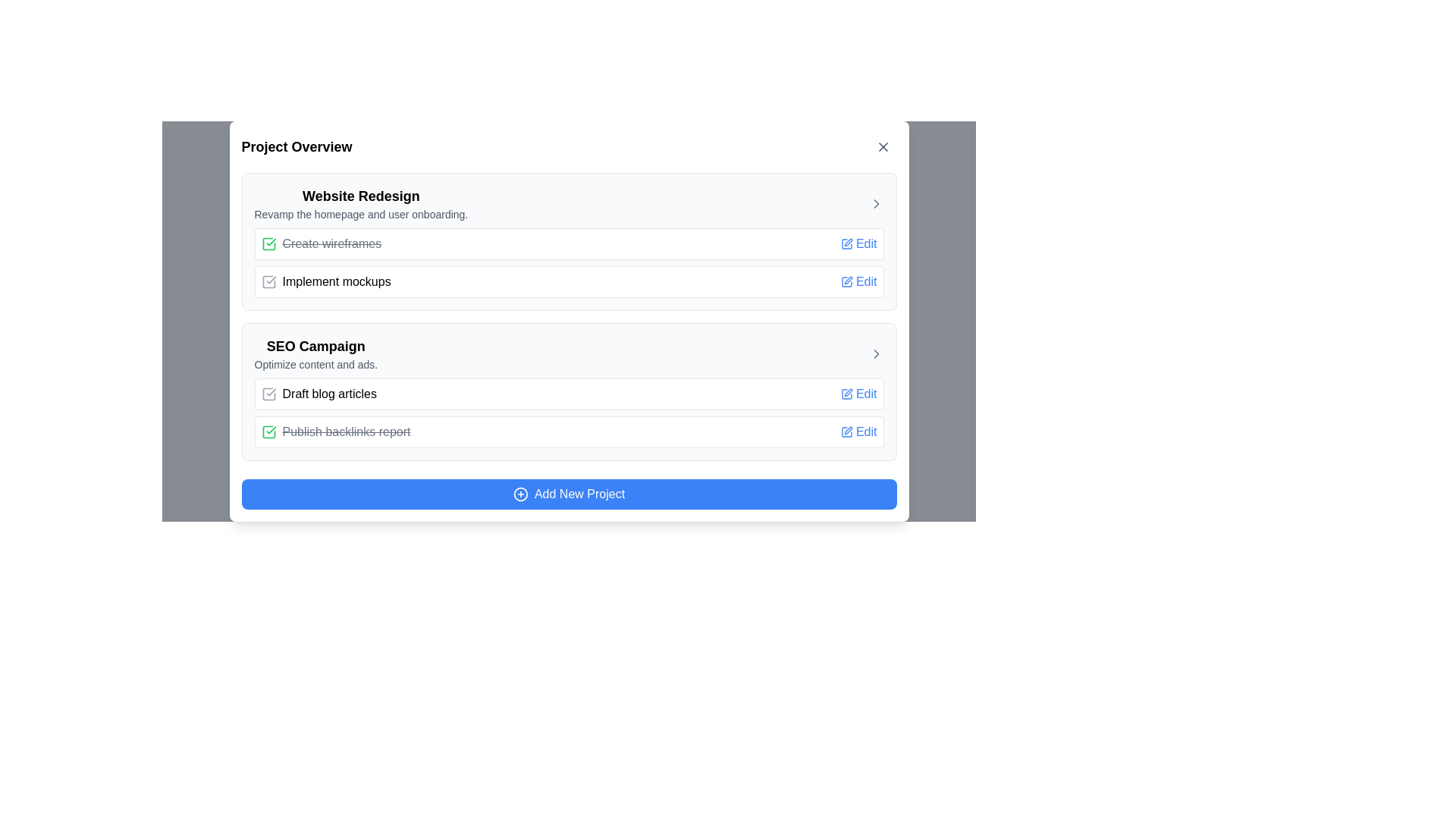  I want to click on the crossed-out text 'Create wireframes', so click(320, 243).